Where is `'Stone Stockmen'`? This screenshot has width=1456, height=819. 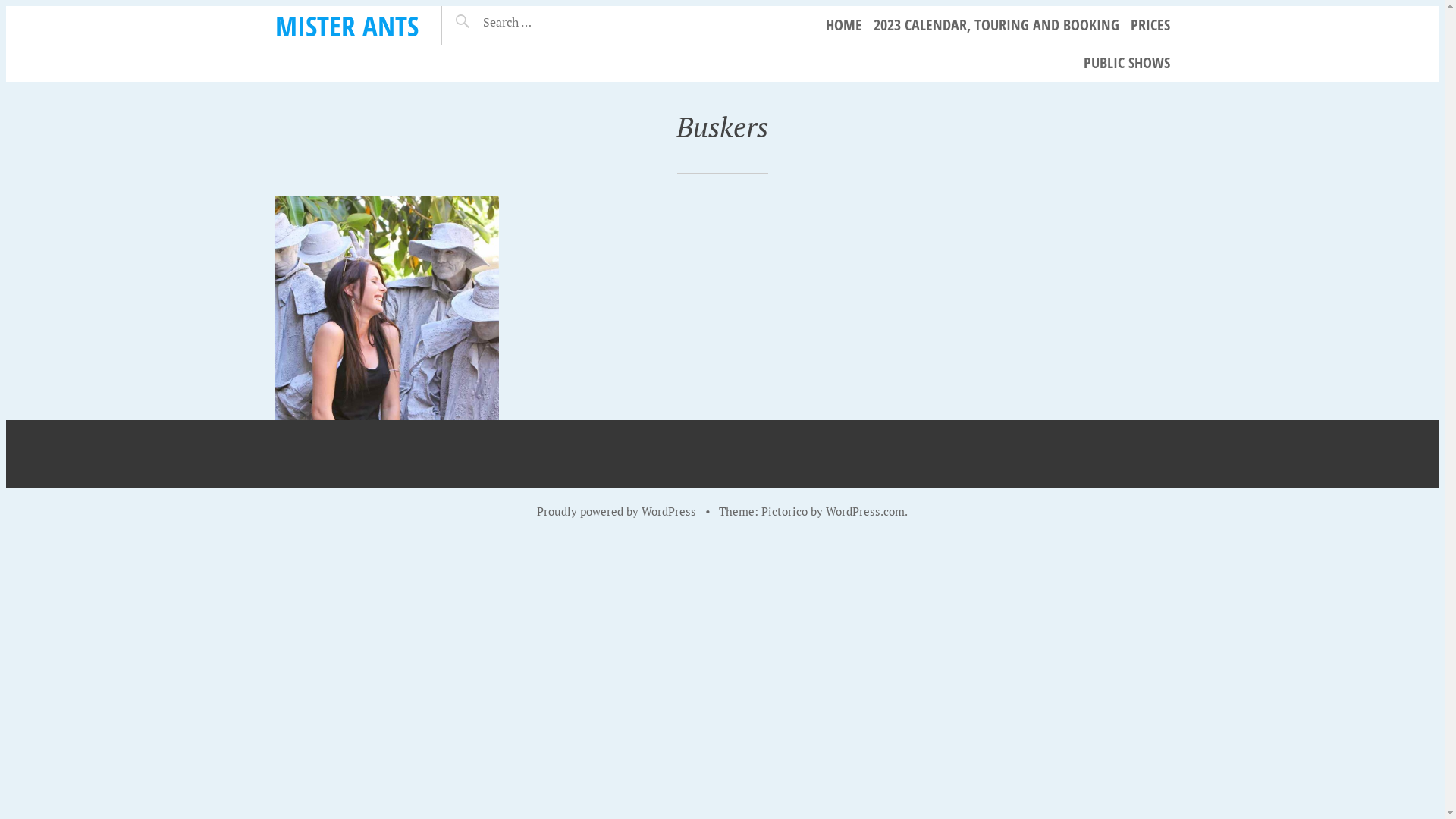
'Stone Stockmen' is located at coordinates (386, 307).